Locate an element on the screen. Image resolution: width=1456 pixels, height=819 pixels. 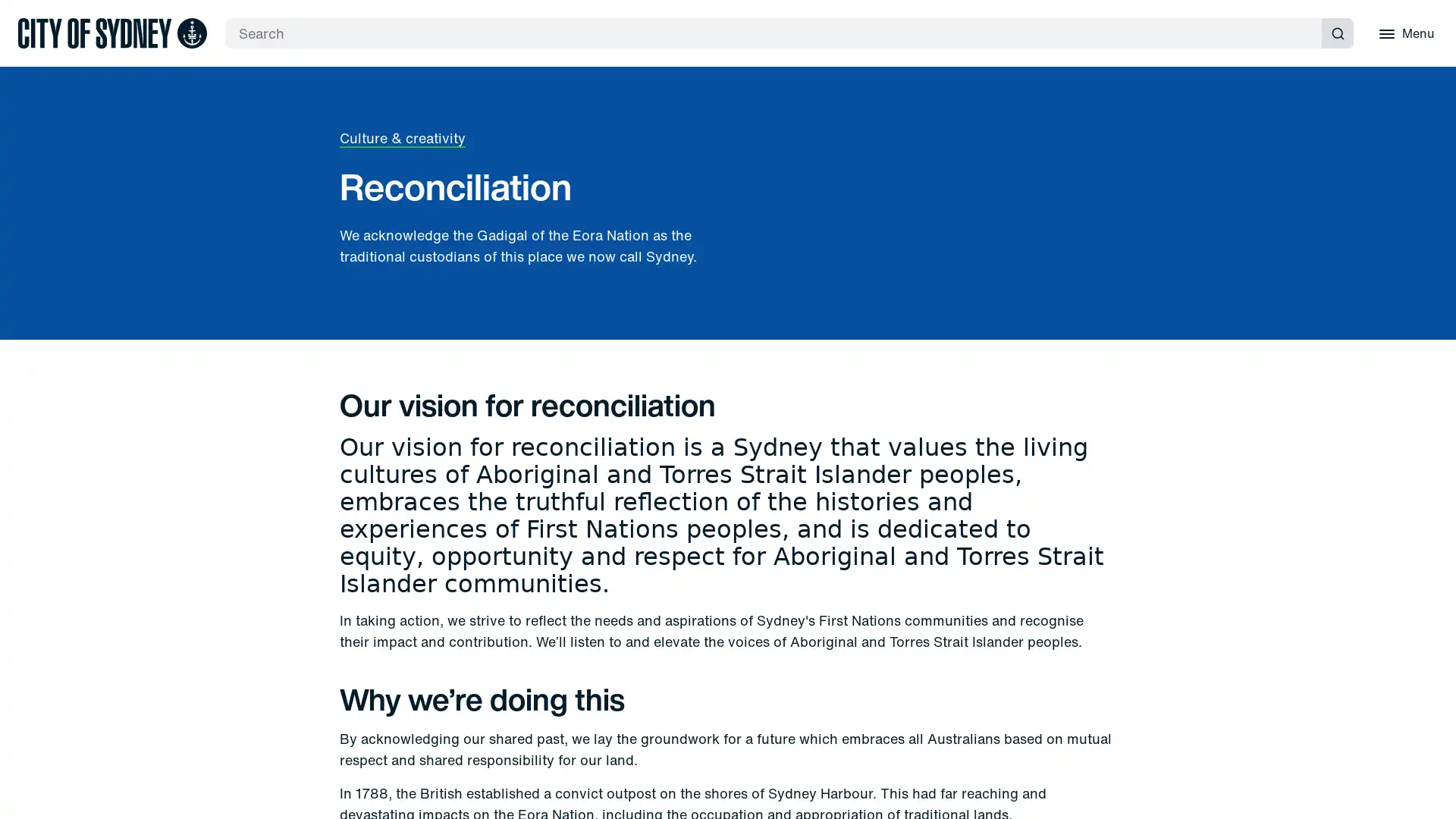
Menu is located at coordinates (1404, 33).